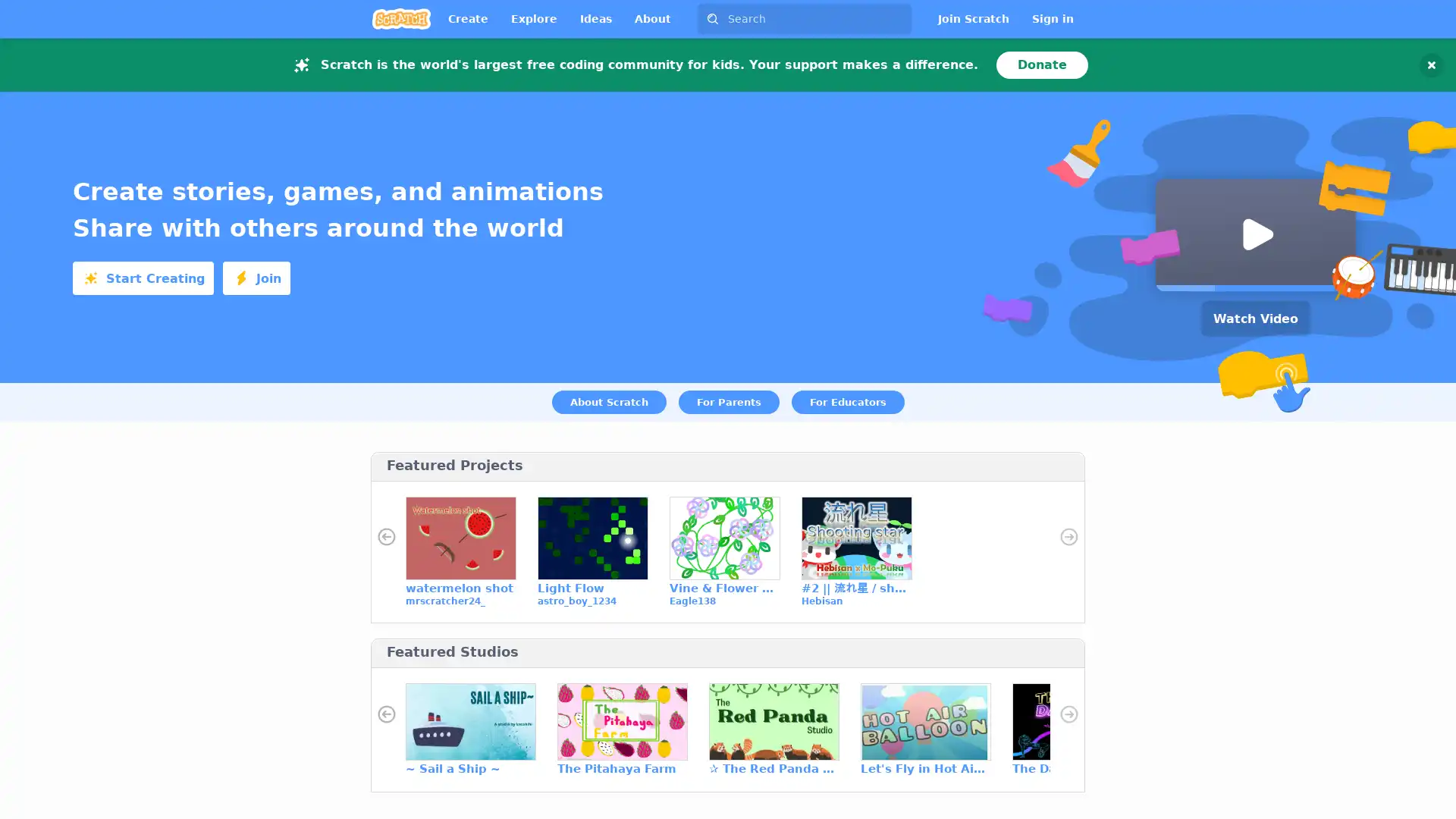 This screenshot has height=819, width=1456. I want to click on Next, so click(1068, 714).